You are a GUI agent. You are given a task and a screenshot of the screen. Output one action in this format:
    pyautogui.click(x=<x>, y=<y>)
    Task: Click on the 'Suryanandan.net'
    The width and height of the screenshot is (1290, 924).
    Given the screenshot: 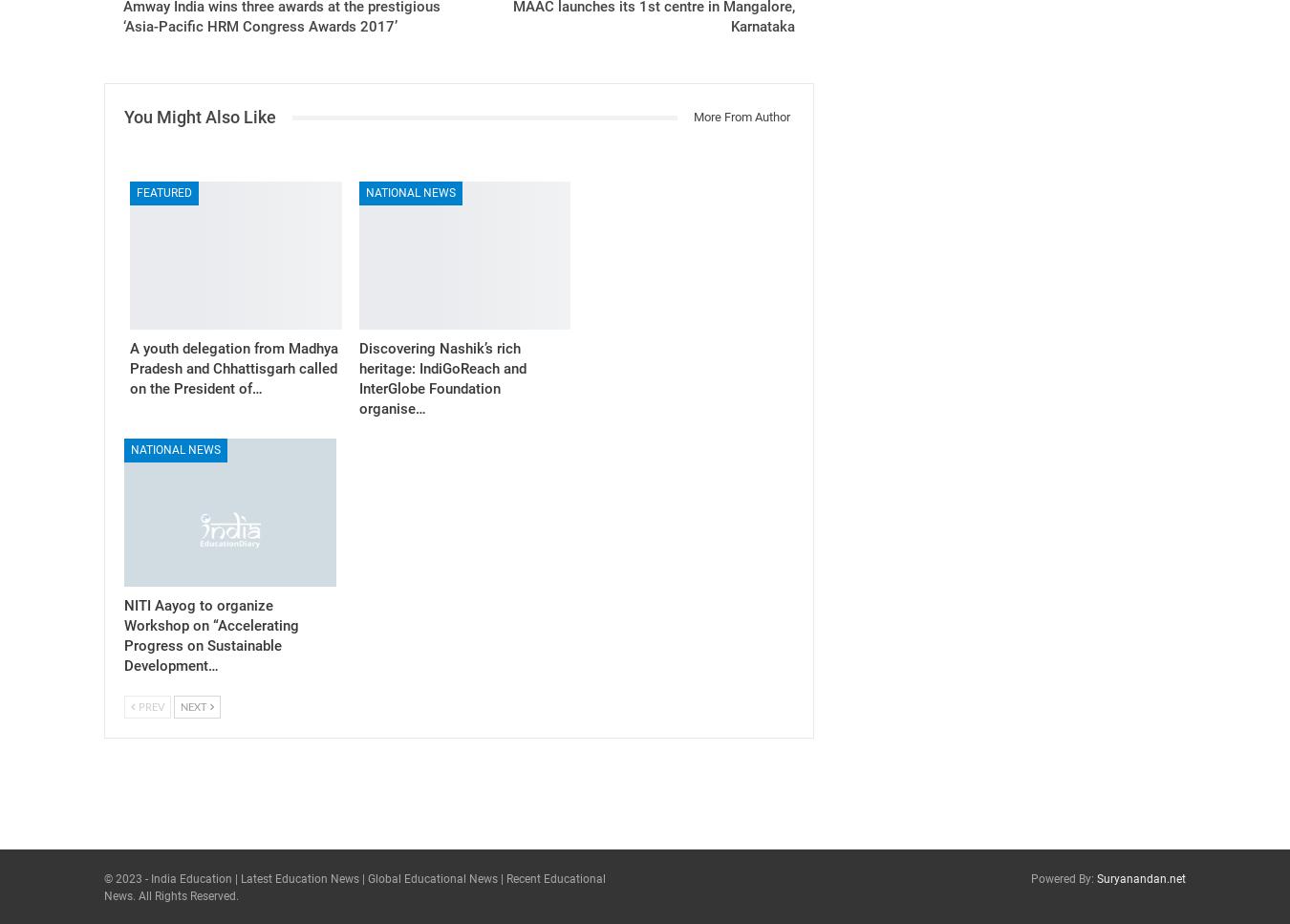 What is the action you would take?
    pyautogui.click(x=1096, y=879)
    